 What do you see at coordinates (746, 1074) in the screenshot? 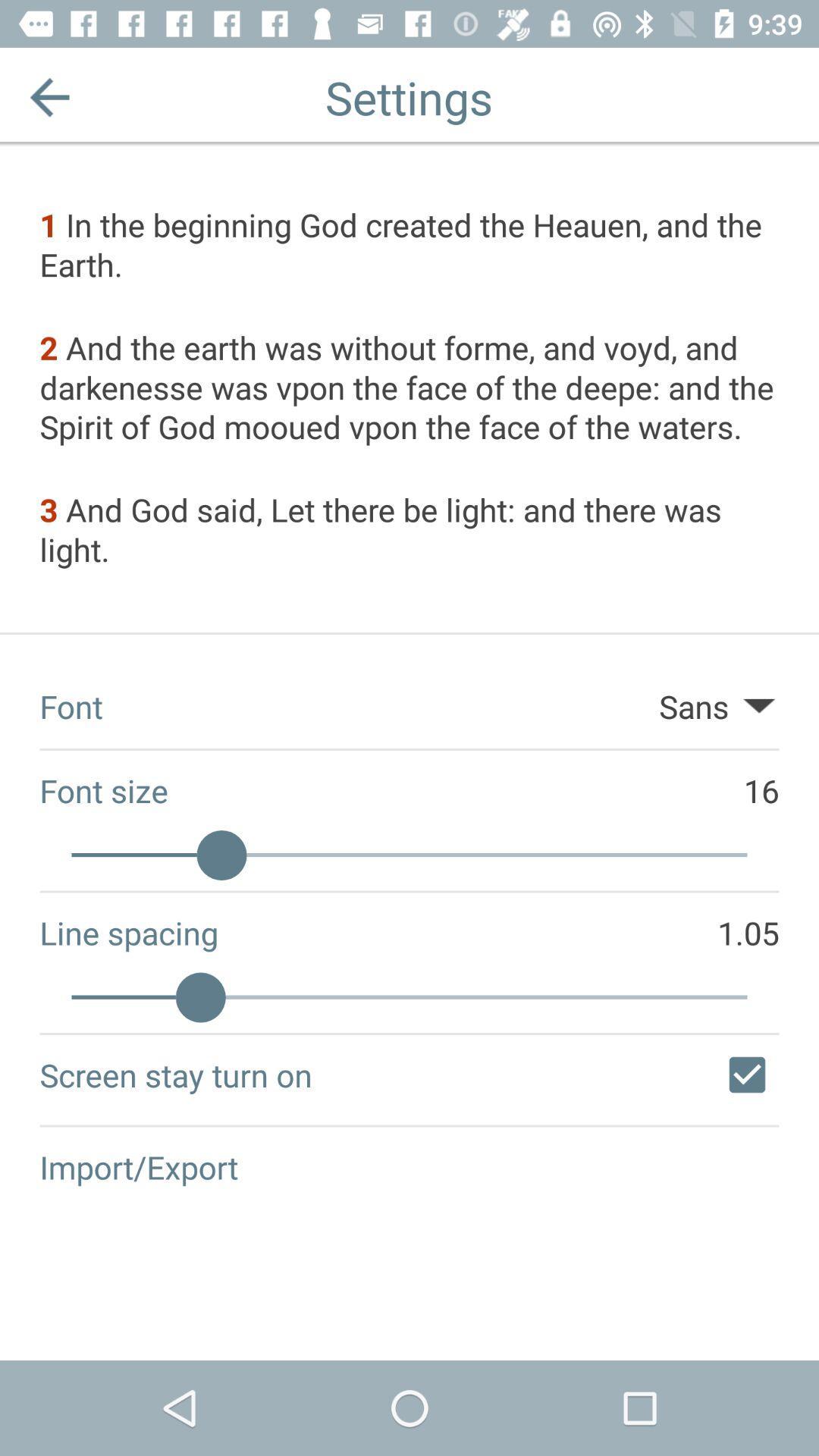
I see `the icon next to the screen stay turn` at bounding box center [746, 1074].